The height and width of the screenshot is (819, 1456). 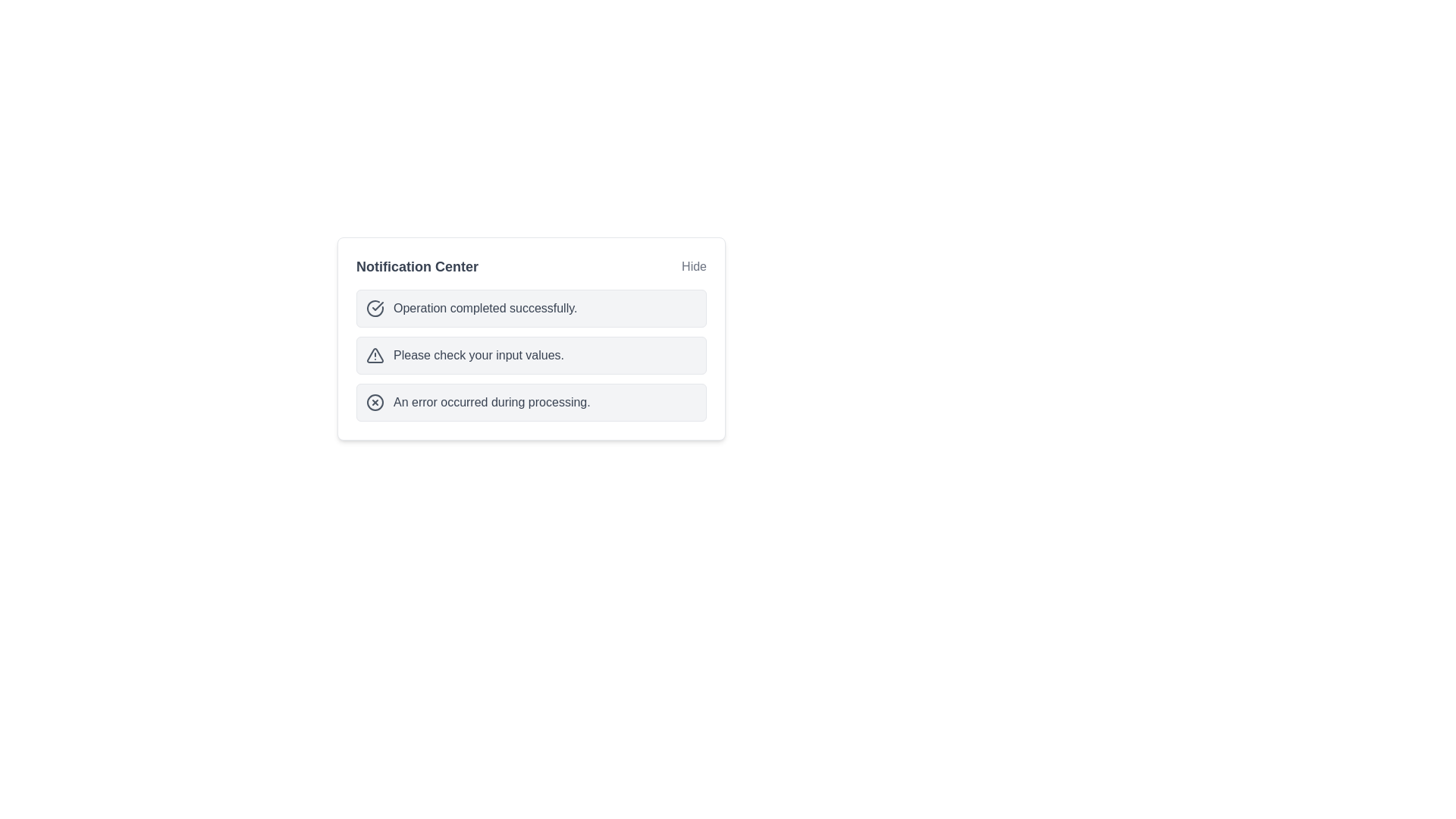 I want to click on the circular SVG icon that visually represents the successful completion of an operation, located before the text 'Operation completed successfully.' in the first row of the notification list, so click(x=378, y=306).